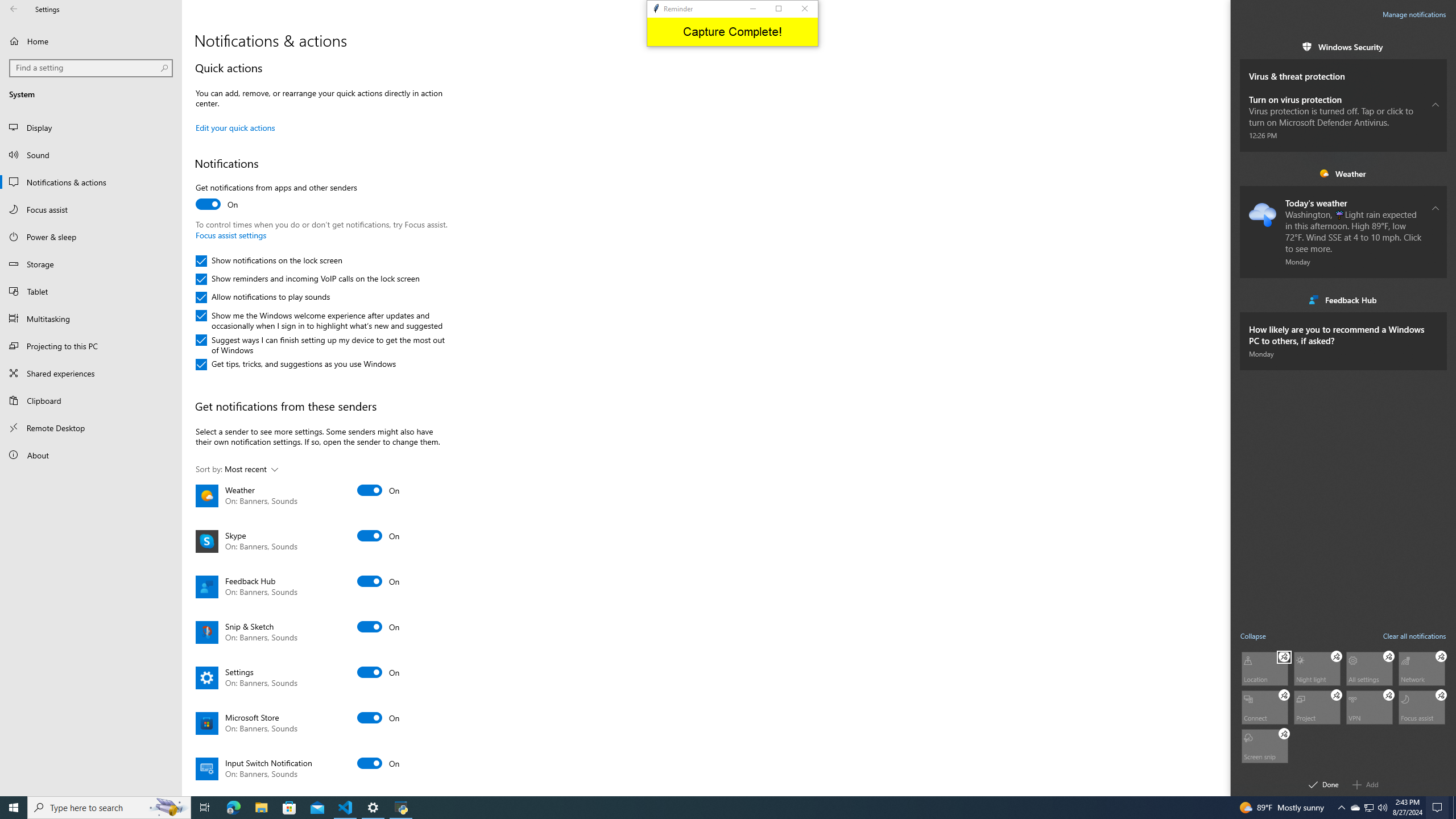 The image size is (1456, 819). Describe the element at coordinates (1368, 668) in the screenshot. I see `'All settings'` at that location.